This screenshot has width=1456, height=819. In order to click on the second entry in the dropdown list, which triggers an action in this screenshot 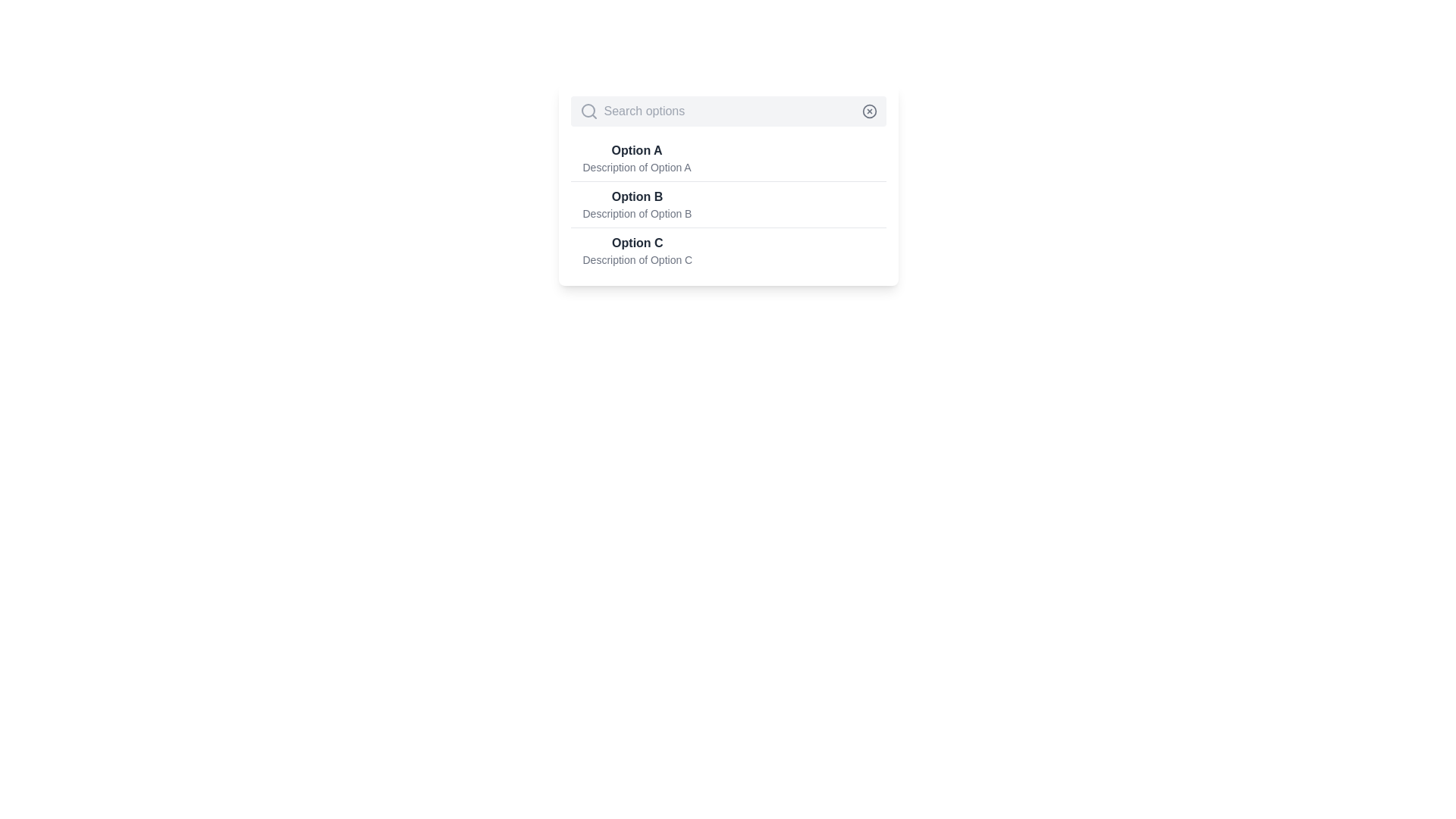, I will do `click(637, 205)`.